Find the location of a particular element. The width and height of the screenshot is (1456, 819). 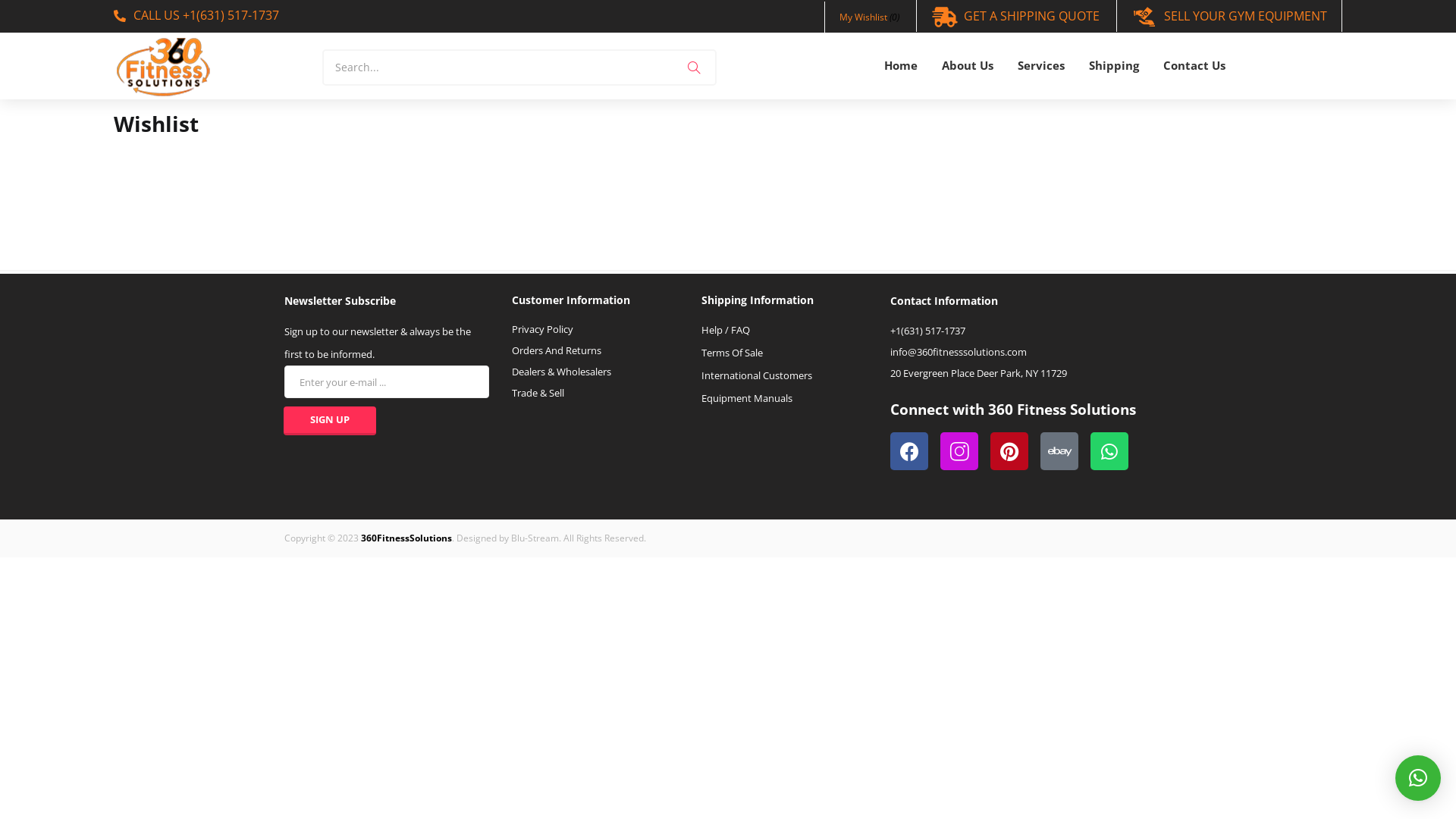

'International Customers' is located at coordinates (757, 375).